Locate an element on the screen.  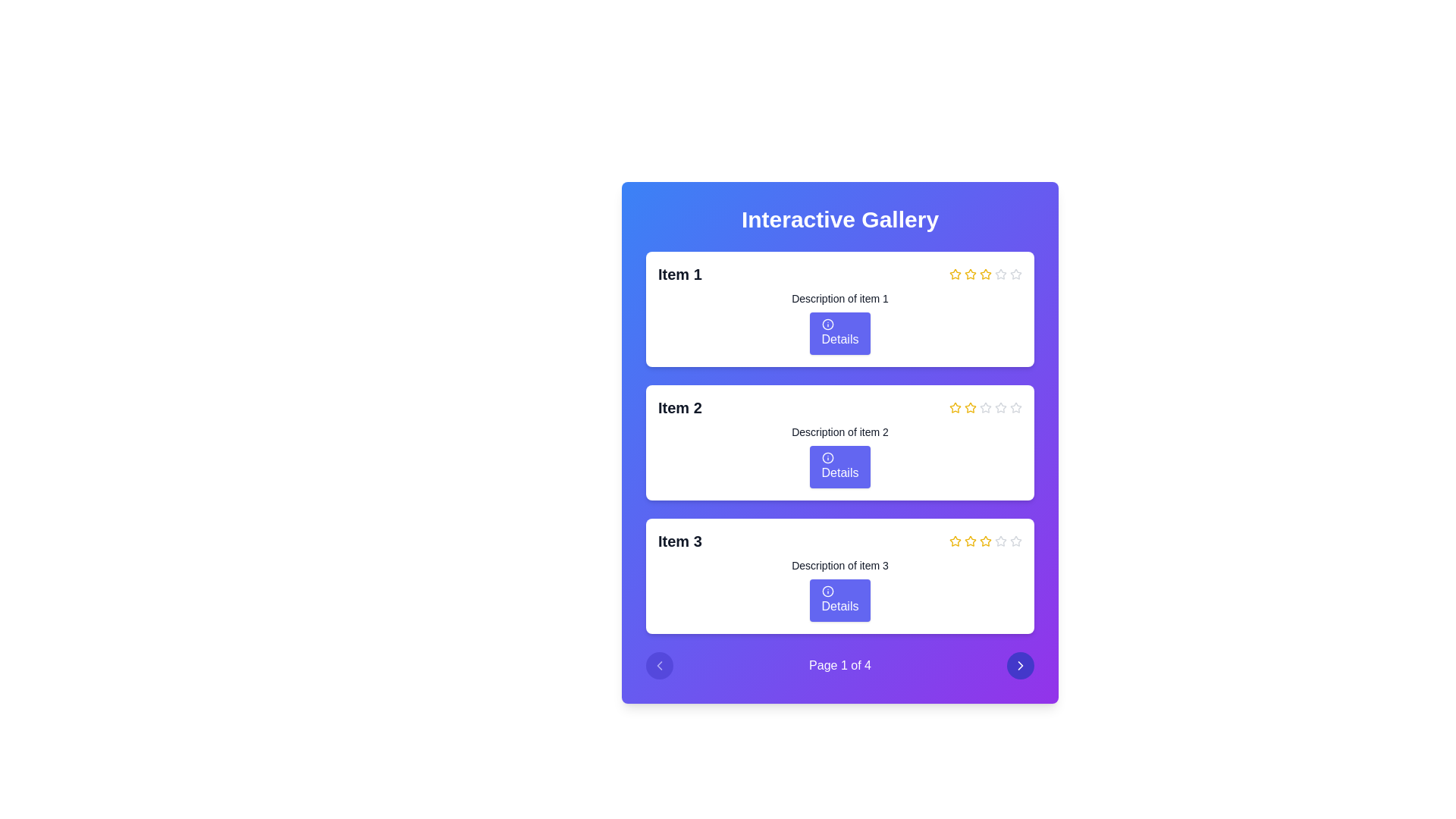
the button labeled 'Details' that contains the icon for additional information about 'Item 2' is located at coordinates (827, 457).